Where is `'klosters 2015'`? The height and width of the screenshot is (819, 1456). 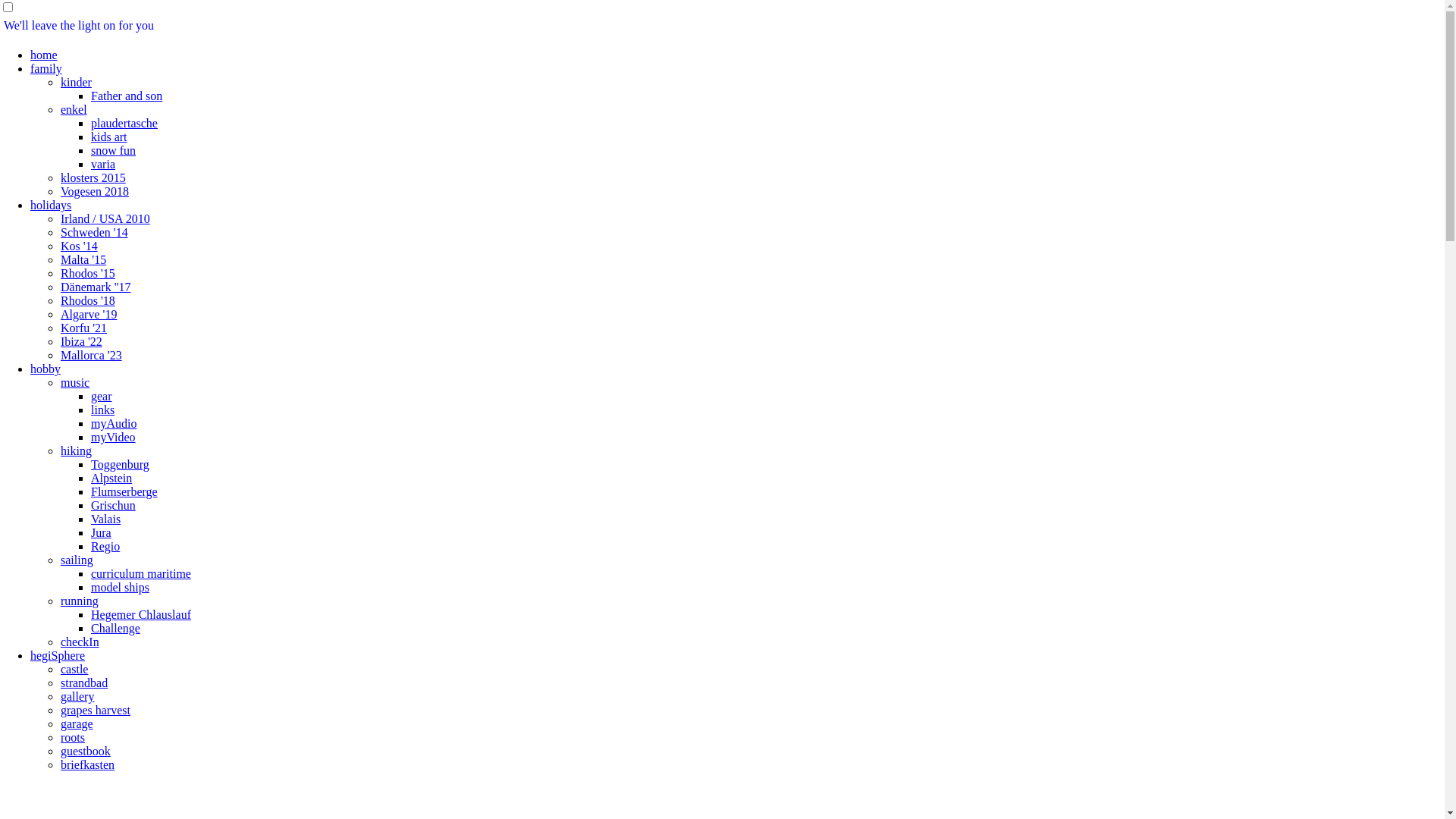
'klosters 2015' is located at coordinates (93, 177).